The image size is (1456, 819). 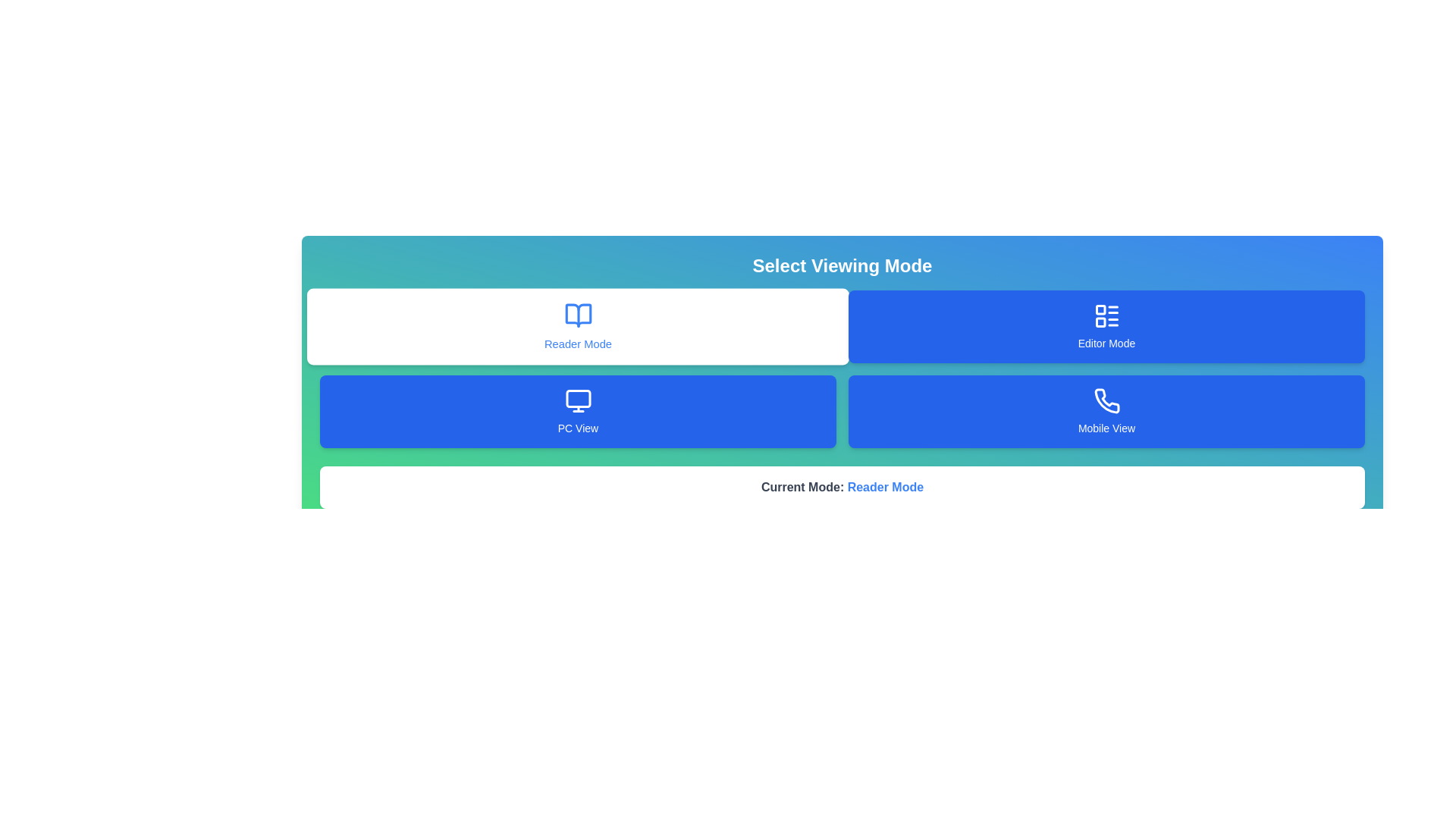 What do you see at coordinates (577, 412) in the screenshot?
I see `the view mode PC View by clicking on the corresponding button` at bounding box center [577, 412].